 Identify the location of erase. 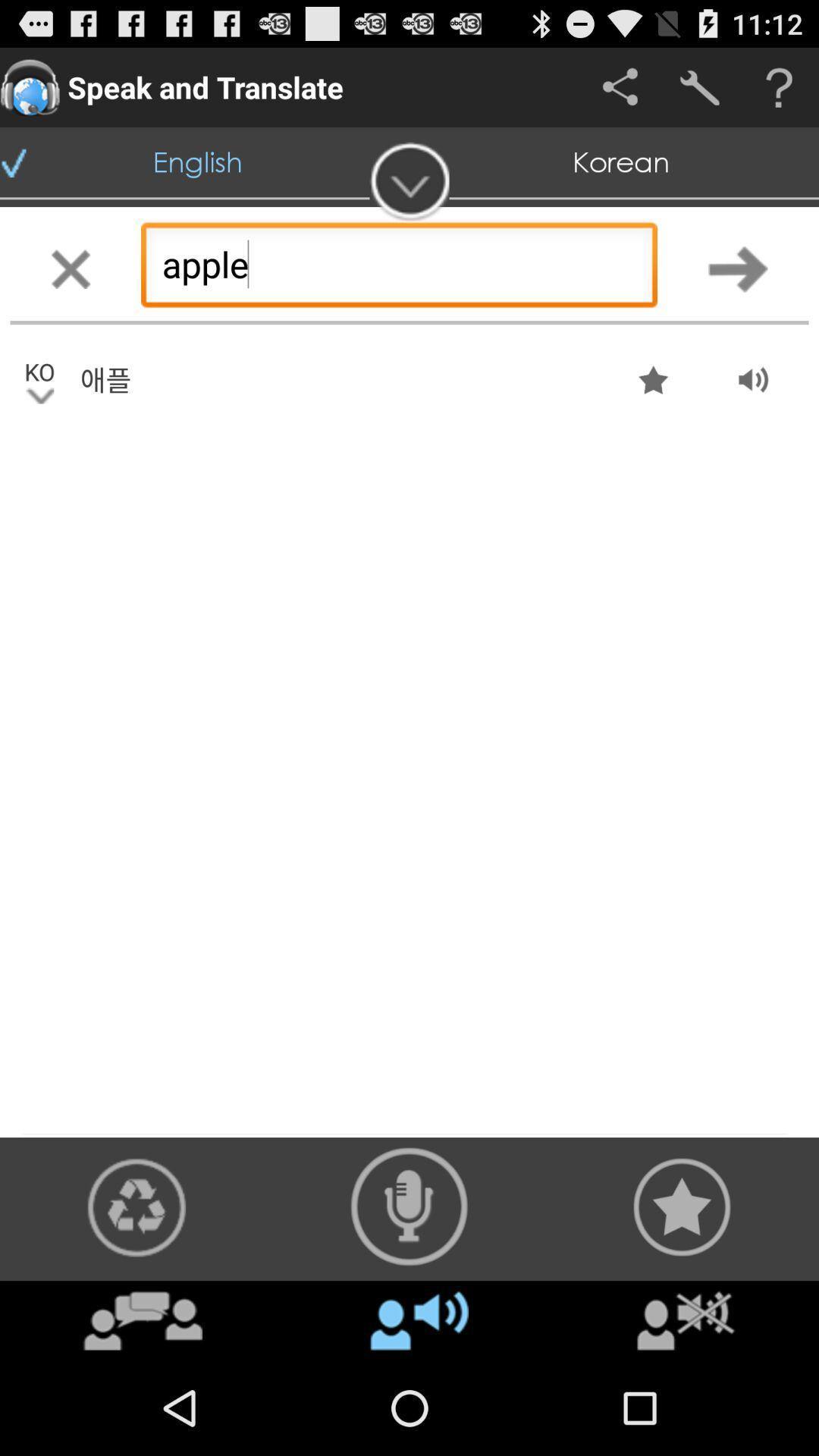
(70, 268).